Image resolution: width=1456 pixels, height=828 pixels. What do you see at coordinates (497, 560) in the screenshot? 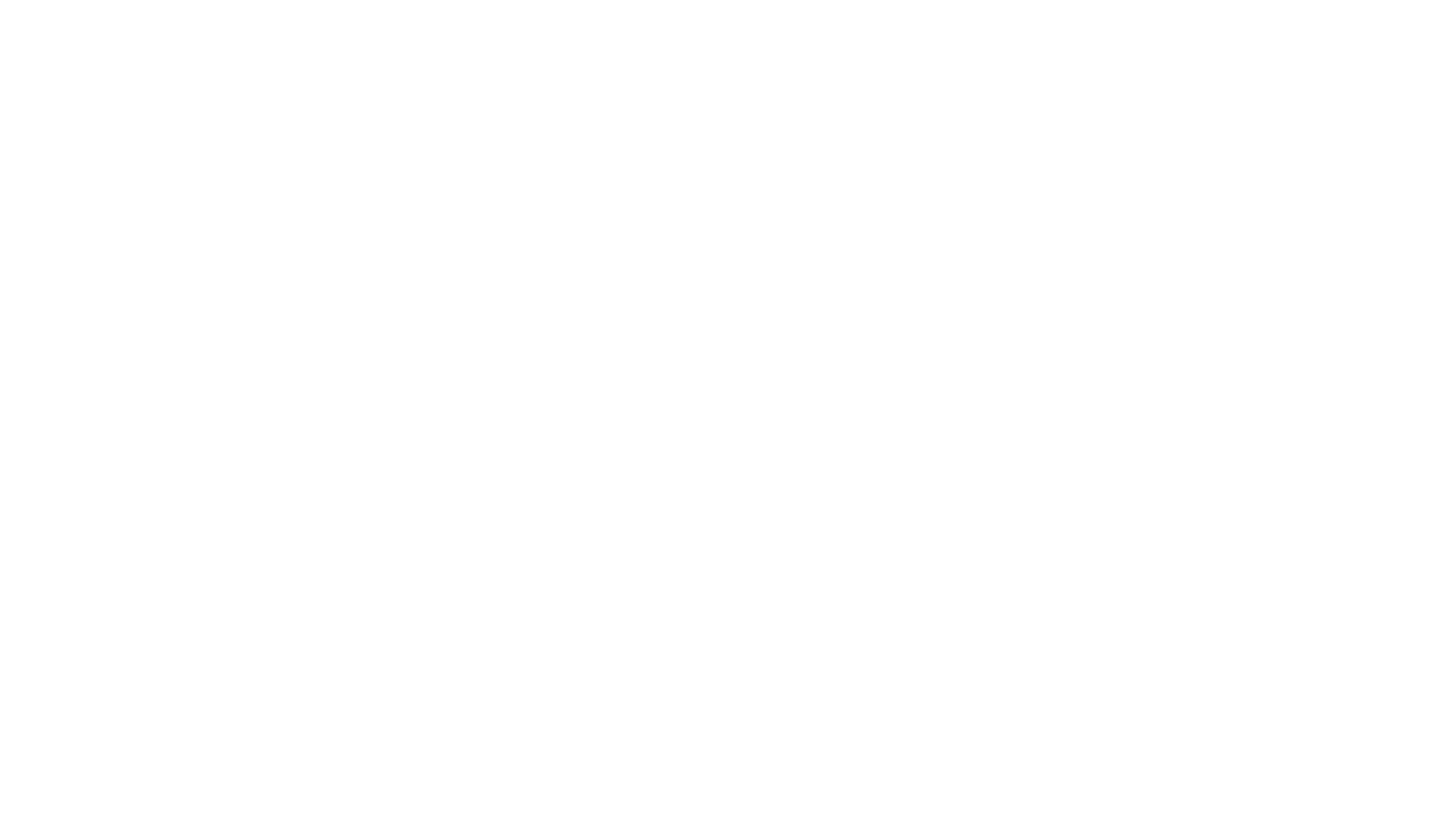
I see `'He has also put in a whopping 3,000m of fencing around the farm to protect the young trees and to keep those mischievous sheep from escaping and running wild.'` at bounding box center [497, 560].